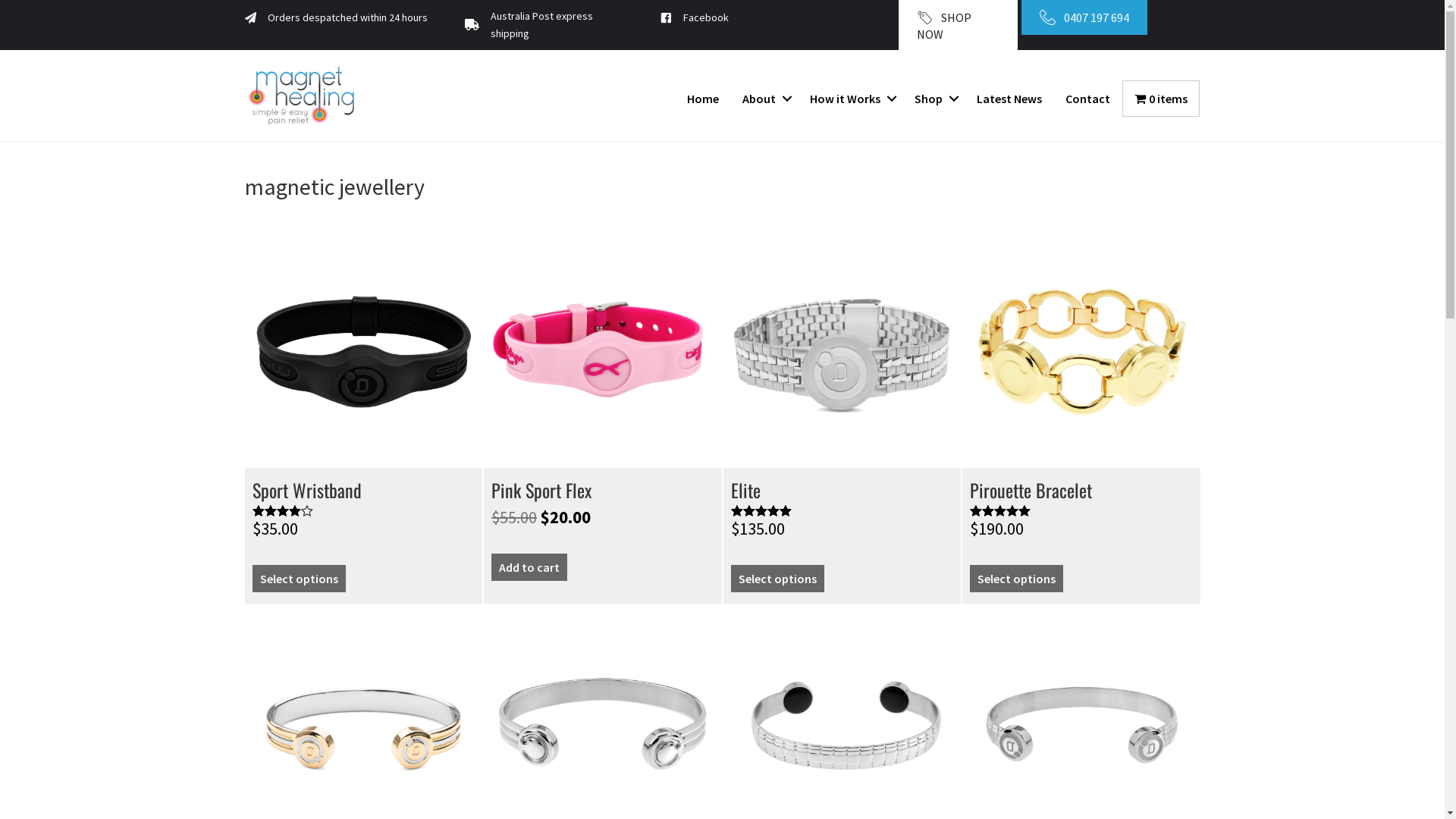 The width and height of the screenshot is (1456, 819). What do you see at coordinates (529, 567) in the screenshot?
I see `'Add to cart'` at bounding box center [529, 567].